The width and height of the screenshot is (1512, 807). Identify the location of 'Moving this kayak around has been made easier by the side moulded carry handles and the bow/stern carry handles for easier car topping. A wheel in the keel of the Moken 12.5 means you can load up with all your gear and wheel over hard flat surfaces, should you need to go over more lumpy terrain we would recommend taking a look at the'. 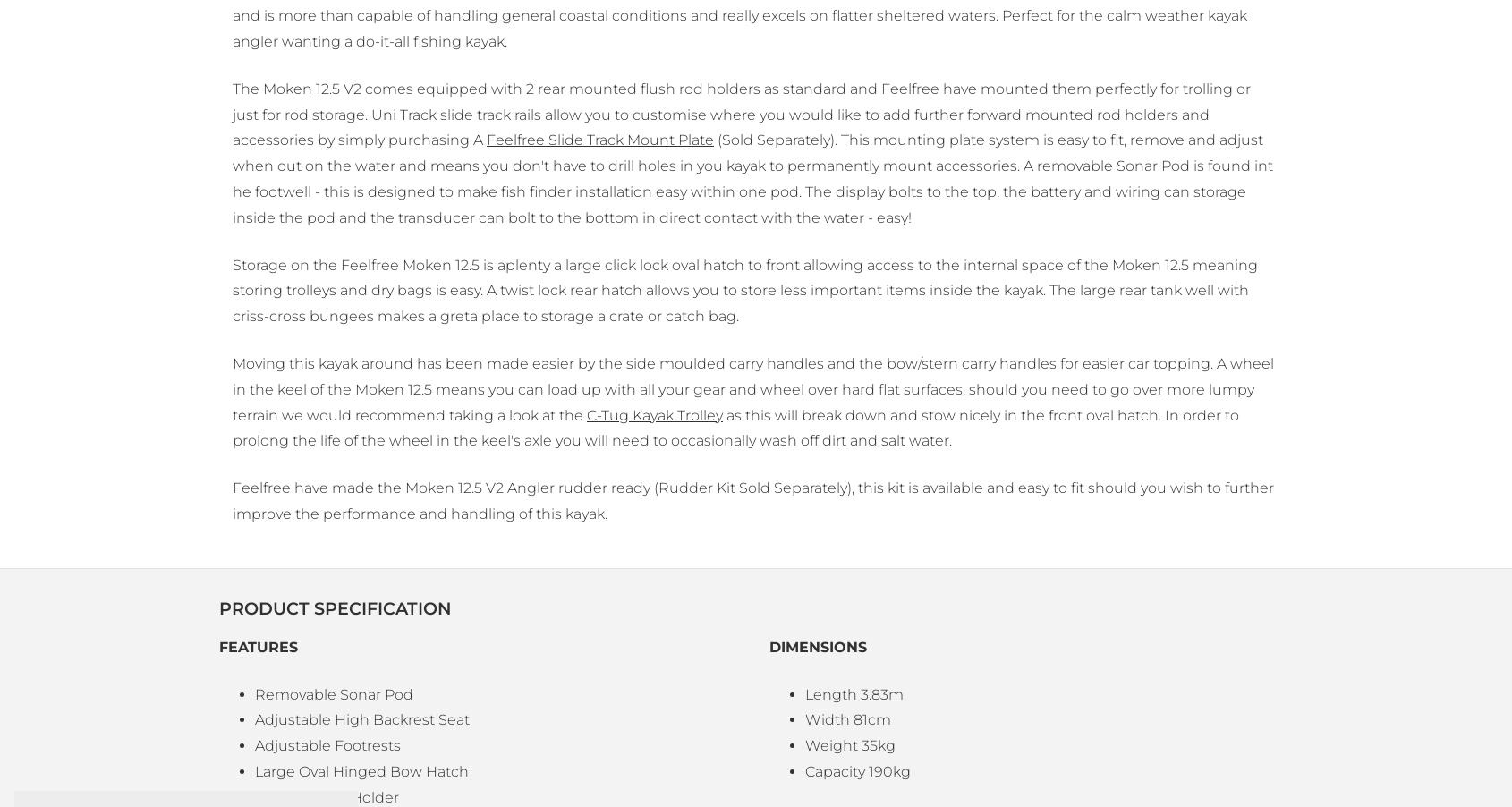
(752, 388).